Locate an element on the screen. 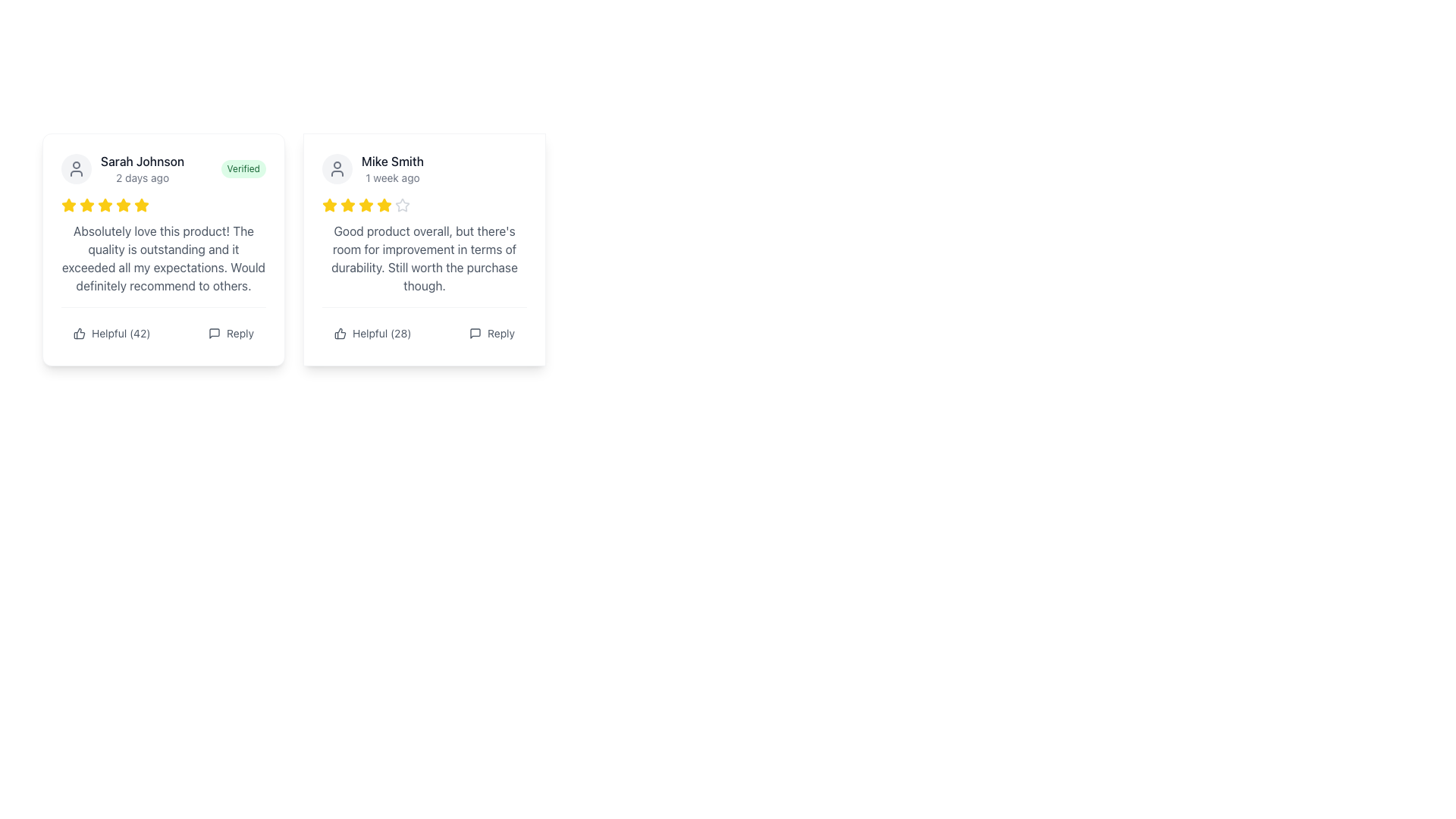 The width and height of the screenshot is (1456, 819). the text block that displays the user's review or comment, located beneath the username 'Mike Smith' and above the interactive options like 'Helpful' and 'Reply' is located at coordinates (425, 257).